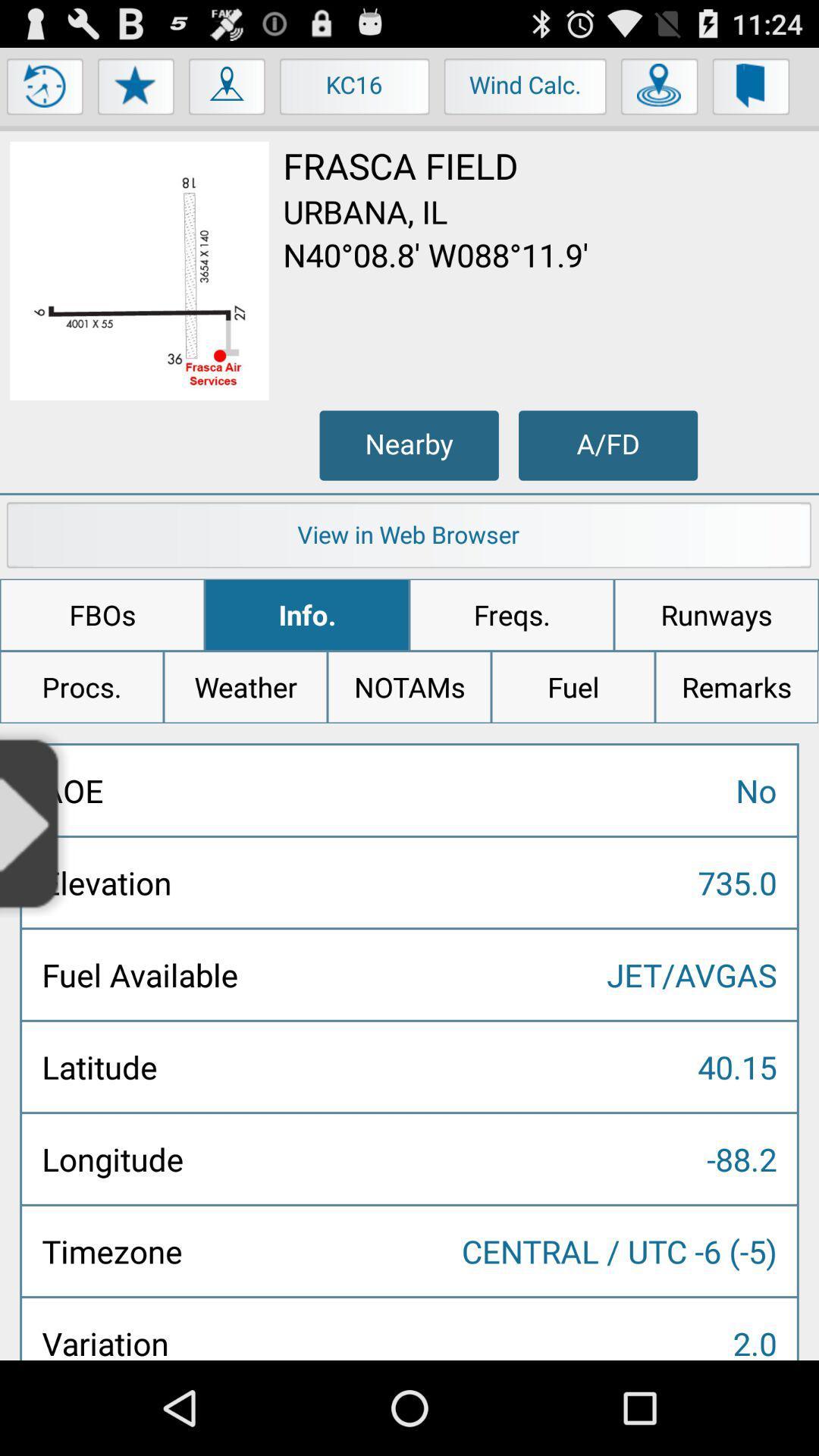  What do you see at coordinates (227, 89) in the screenshot?
I see `map` at bounding box center [227, 89].